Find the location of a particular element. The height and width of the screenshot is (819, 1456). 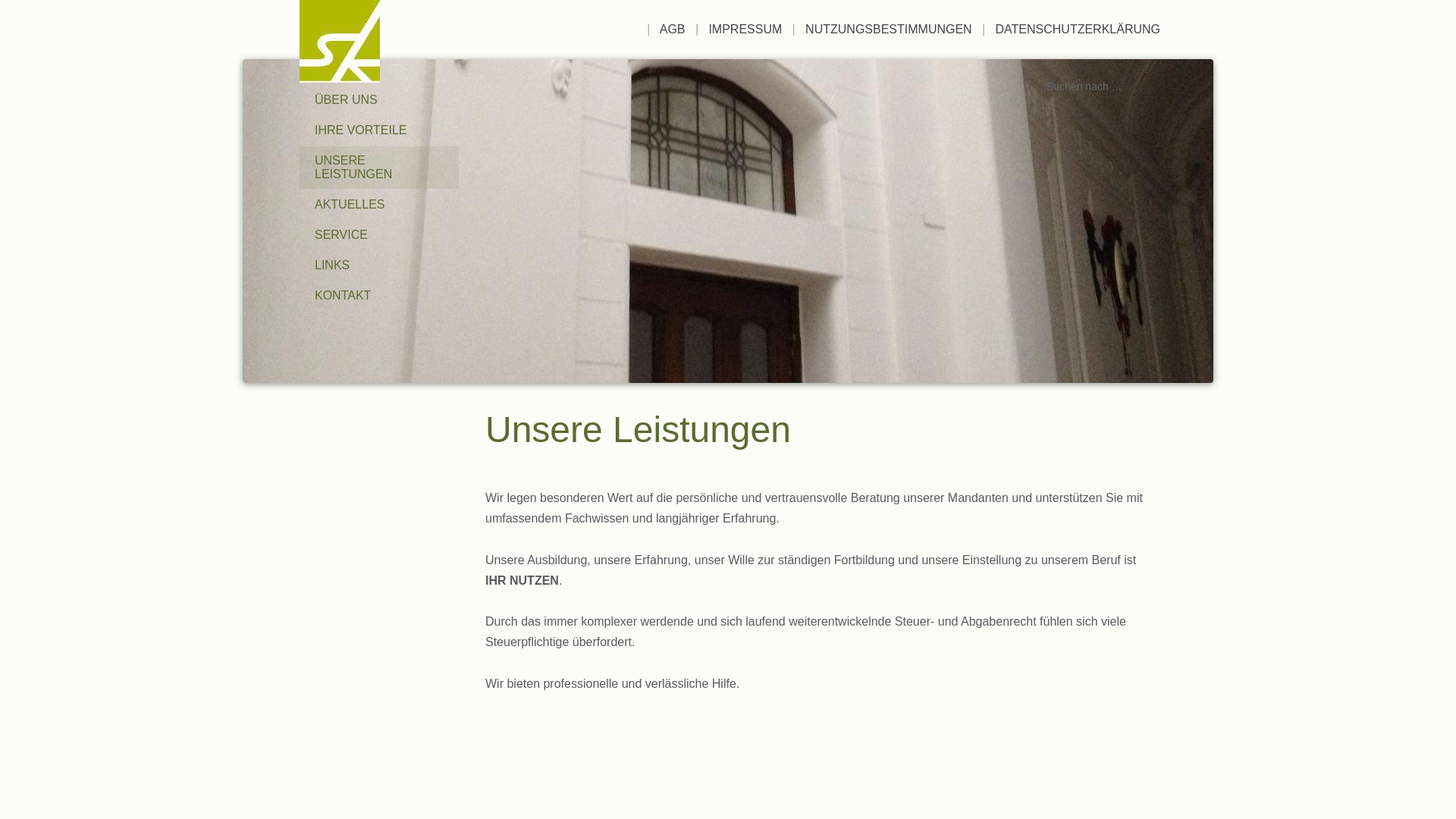

'NUTZUNGSBESTIMMUNGEN' is located at coordinates (888, 29).